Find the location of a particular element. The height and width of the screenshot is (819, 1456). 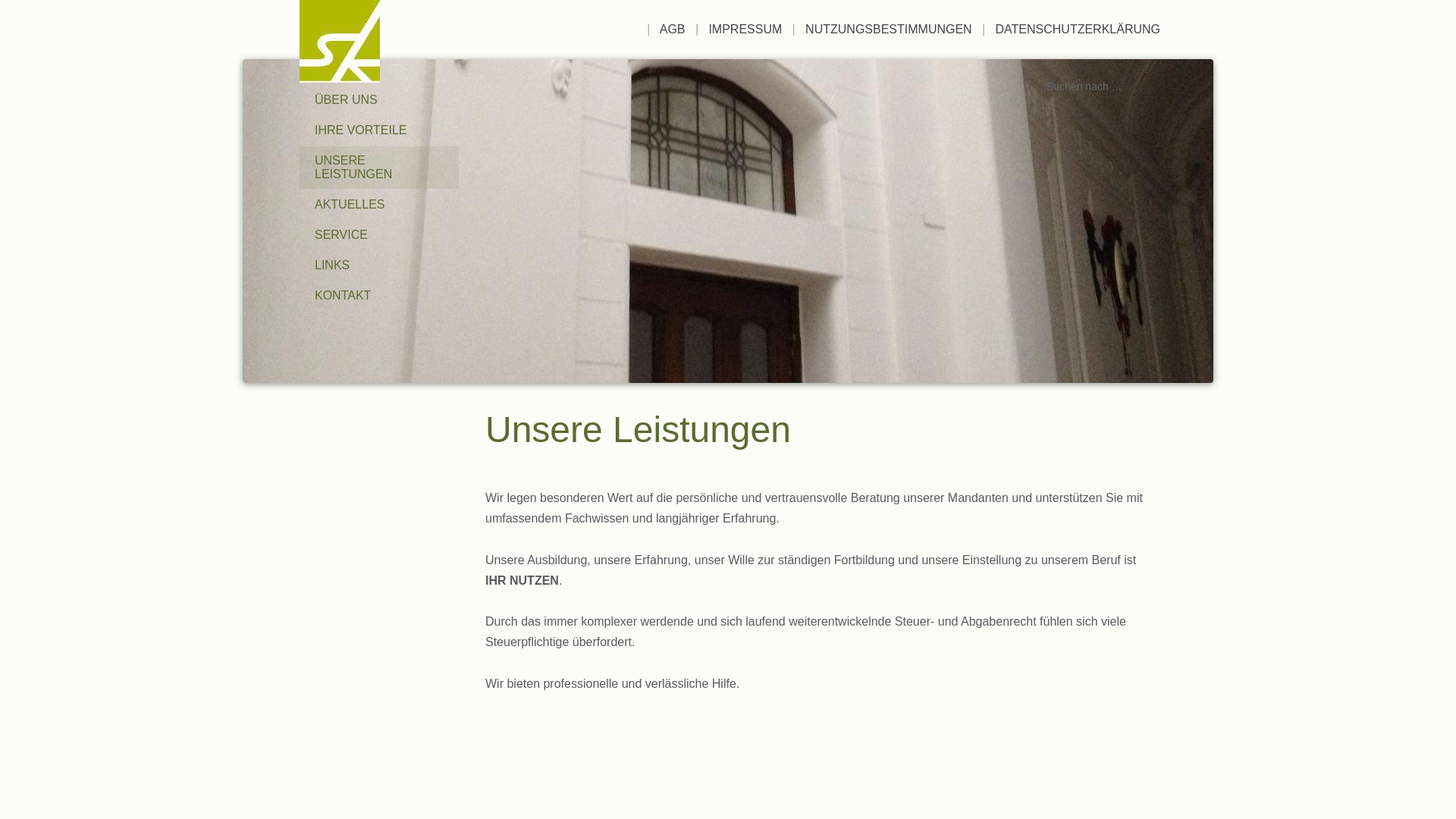

'NUTZUNGSBESTIMMUNGEN' is located at coordinates (888, 29).